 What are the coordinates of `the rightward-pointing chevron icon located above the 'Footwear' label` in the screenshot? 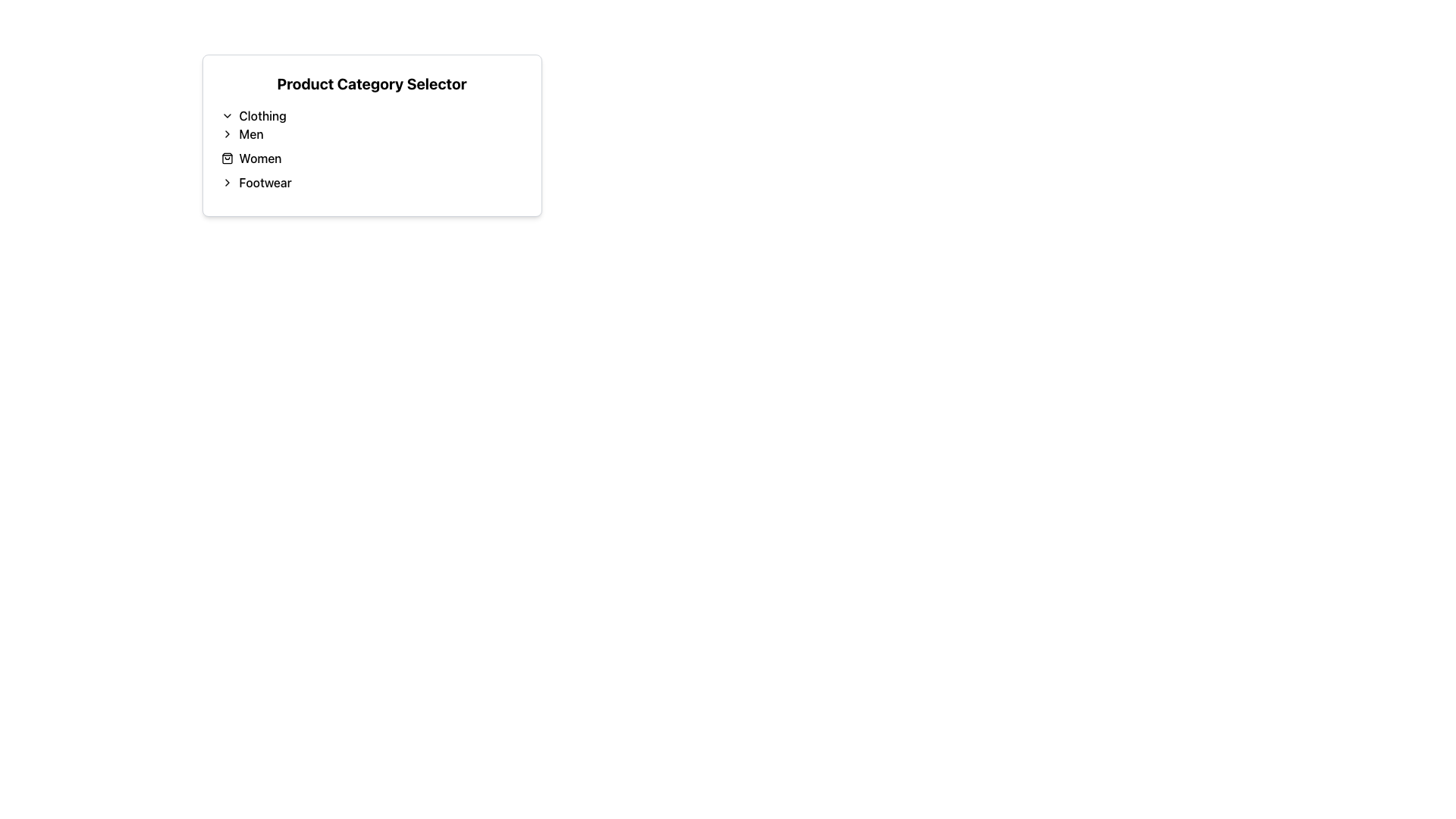 It's located at (226, 181).